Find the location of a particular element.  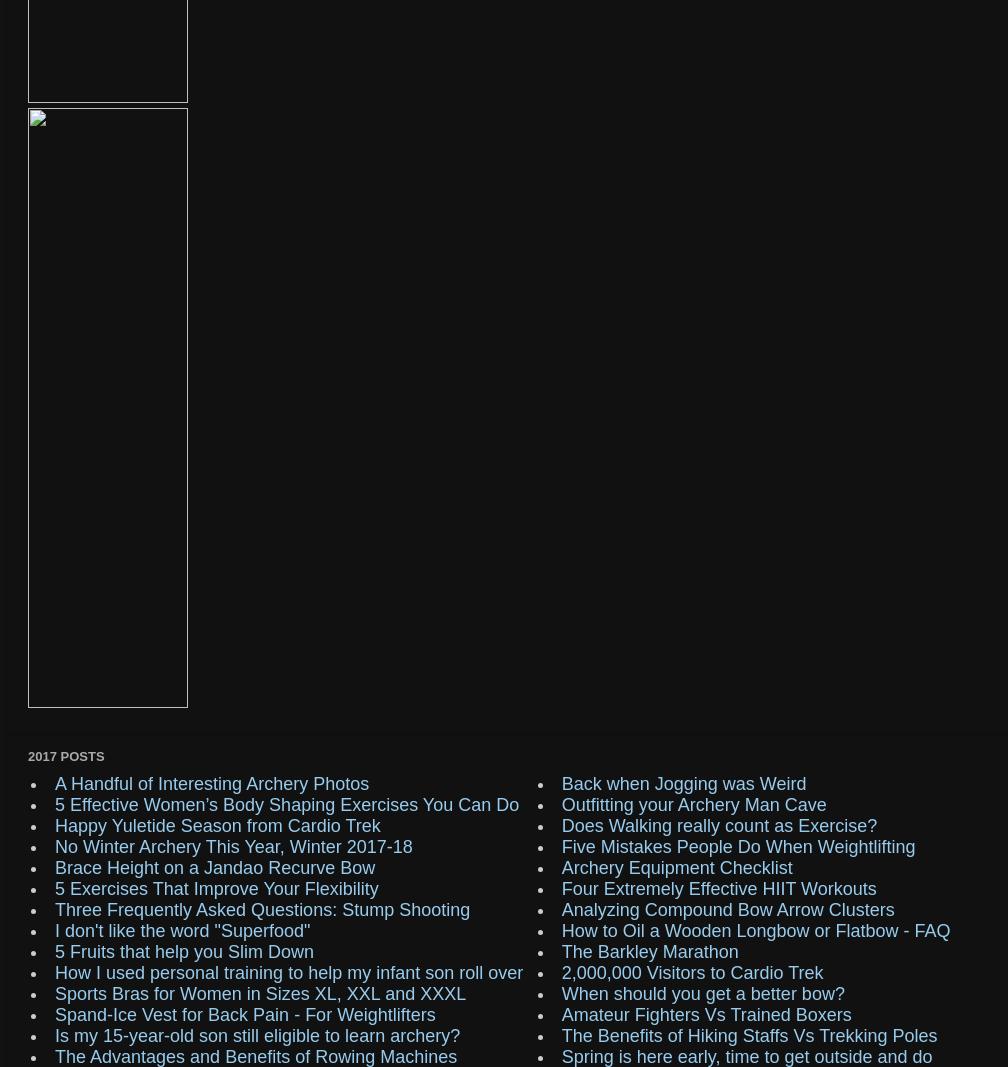

'Archery Equipment Checklist' is located at coordinates (676, 866).